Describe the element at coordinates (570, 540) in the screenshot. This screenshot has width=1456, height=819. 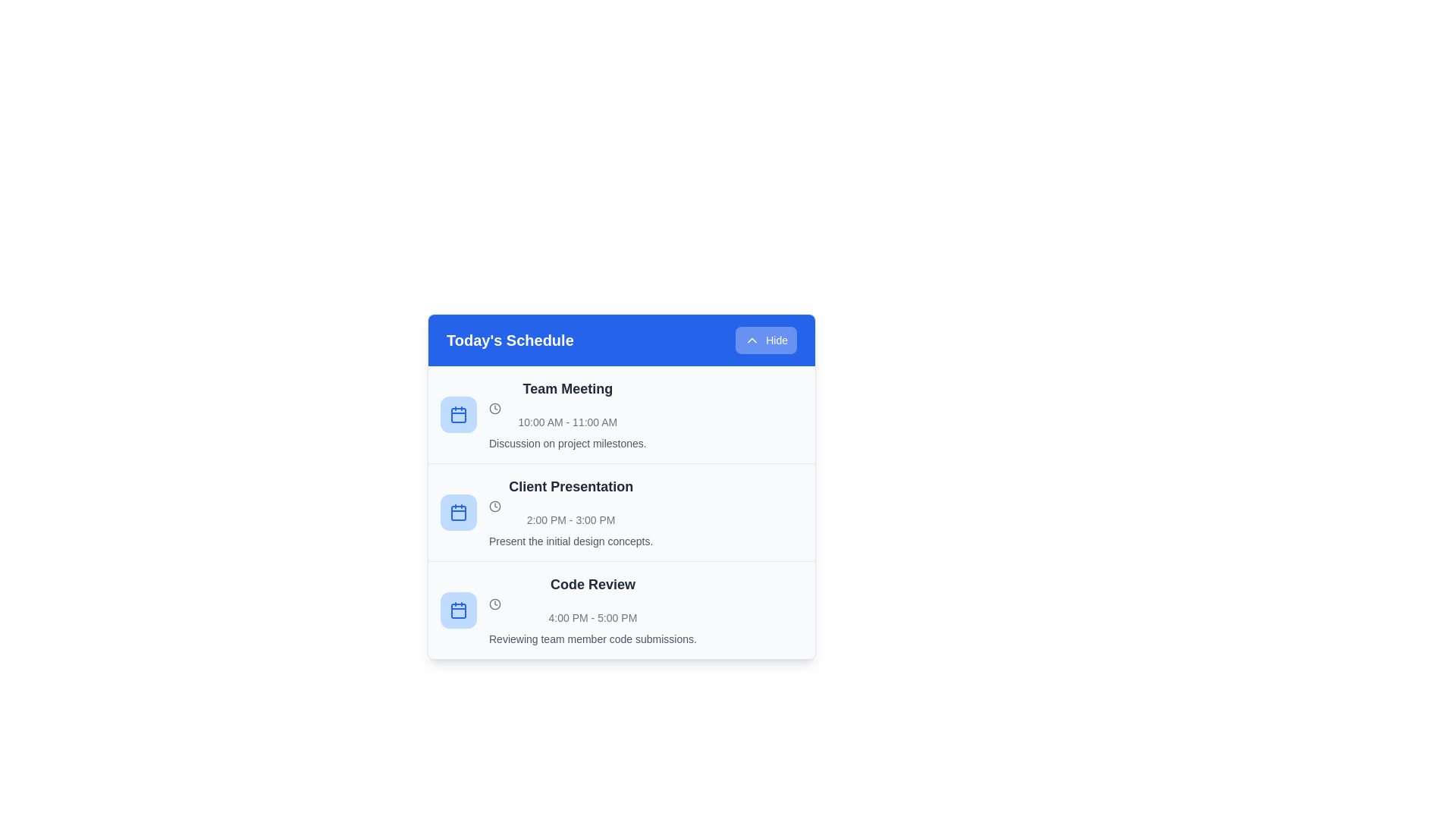
I see `the text snippet displaying the phrase "Present the initial design concepts." located below the time range text within the card labeled "Client Presentation."` at that location.